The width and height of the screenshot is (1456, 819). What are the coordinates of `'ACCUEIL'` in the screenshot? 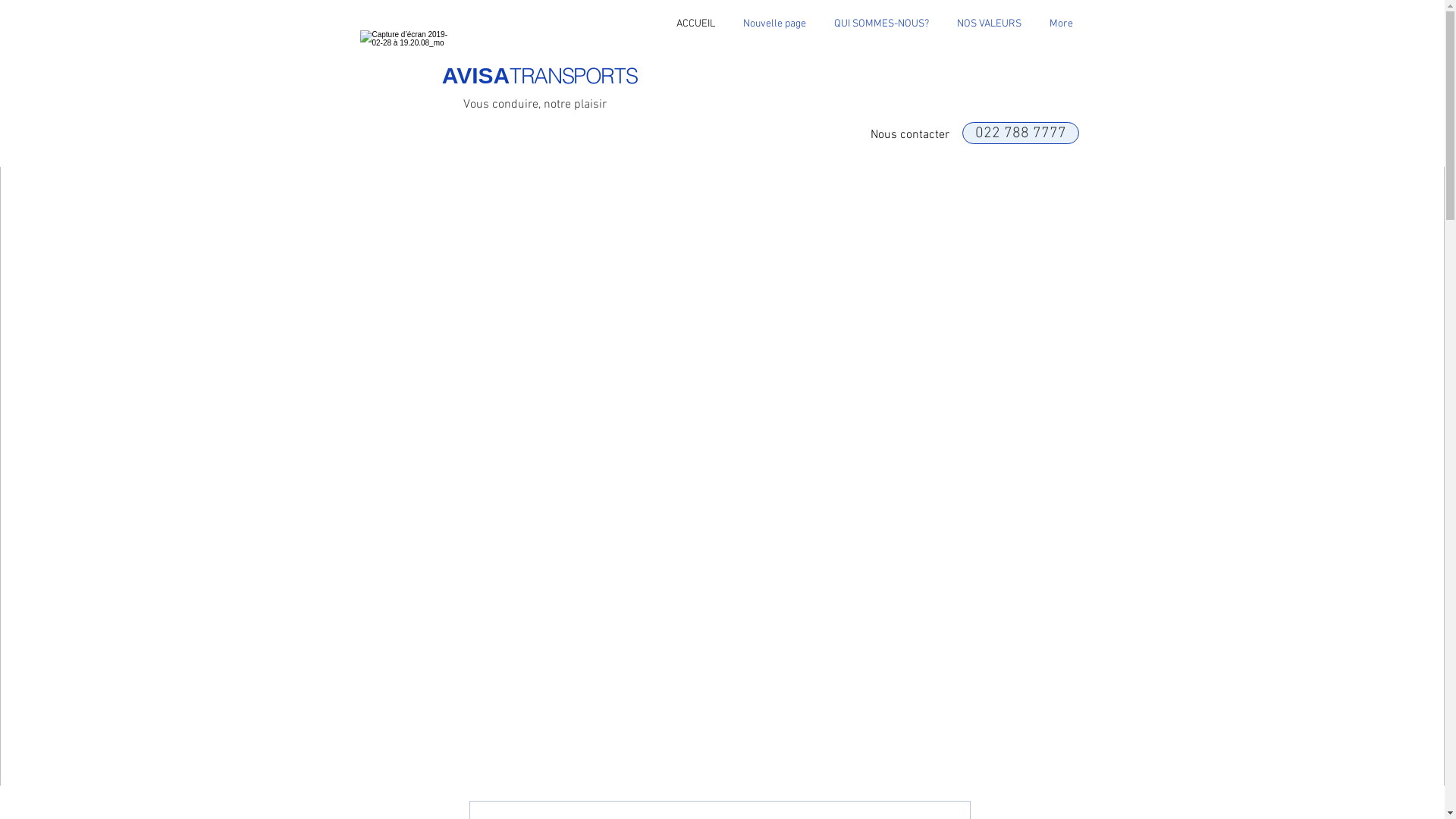 It's located at (694, 24).